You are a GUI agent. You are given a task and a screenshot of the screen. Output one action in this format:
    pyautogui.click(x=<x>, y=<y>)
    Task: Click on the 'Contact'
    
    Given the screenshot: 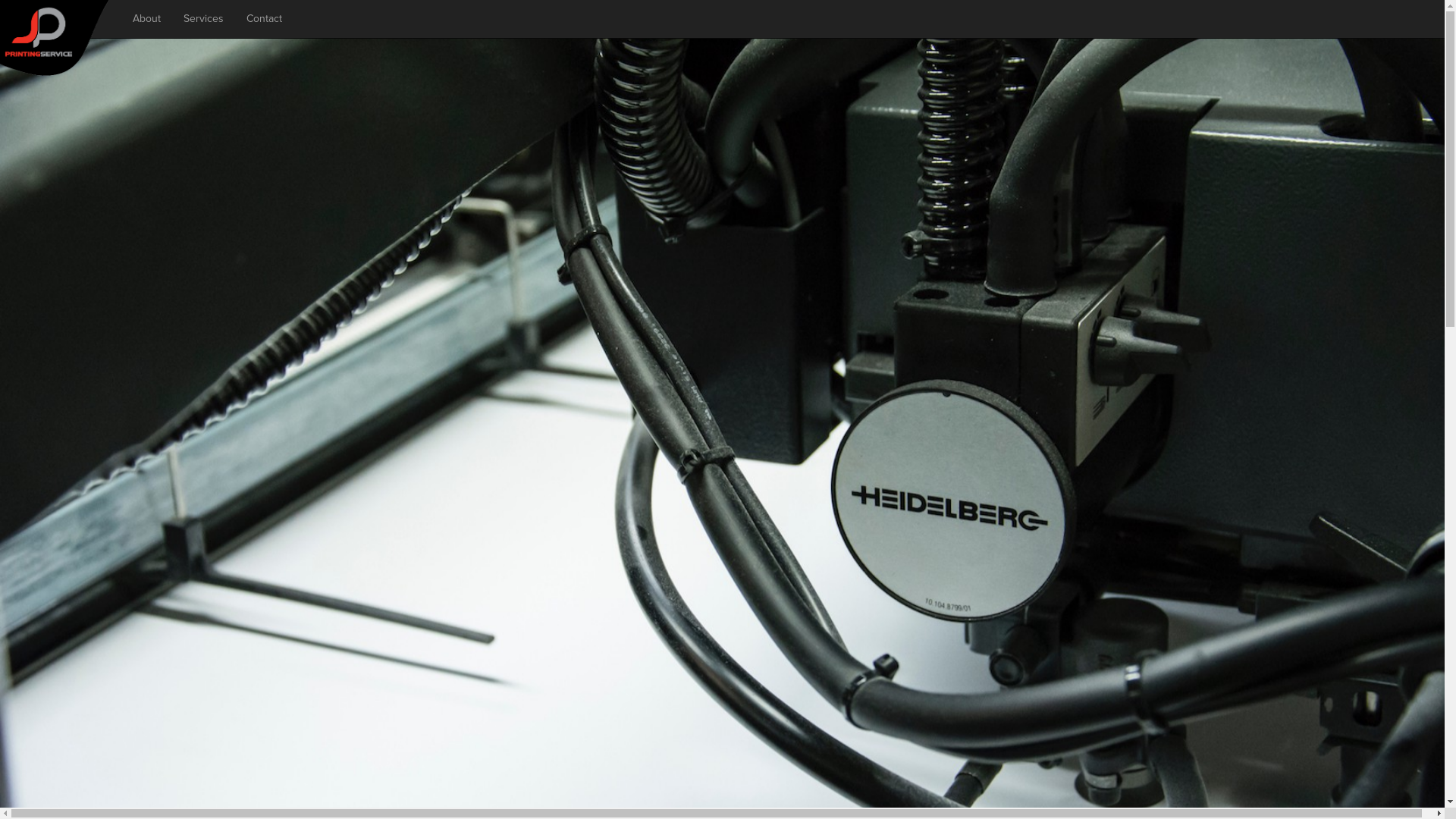 What is the action you would take?
    pyautogui.click(x=264, y=18)
    